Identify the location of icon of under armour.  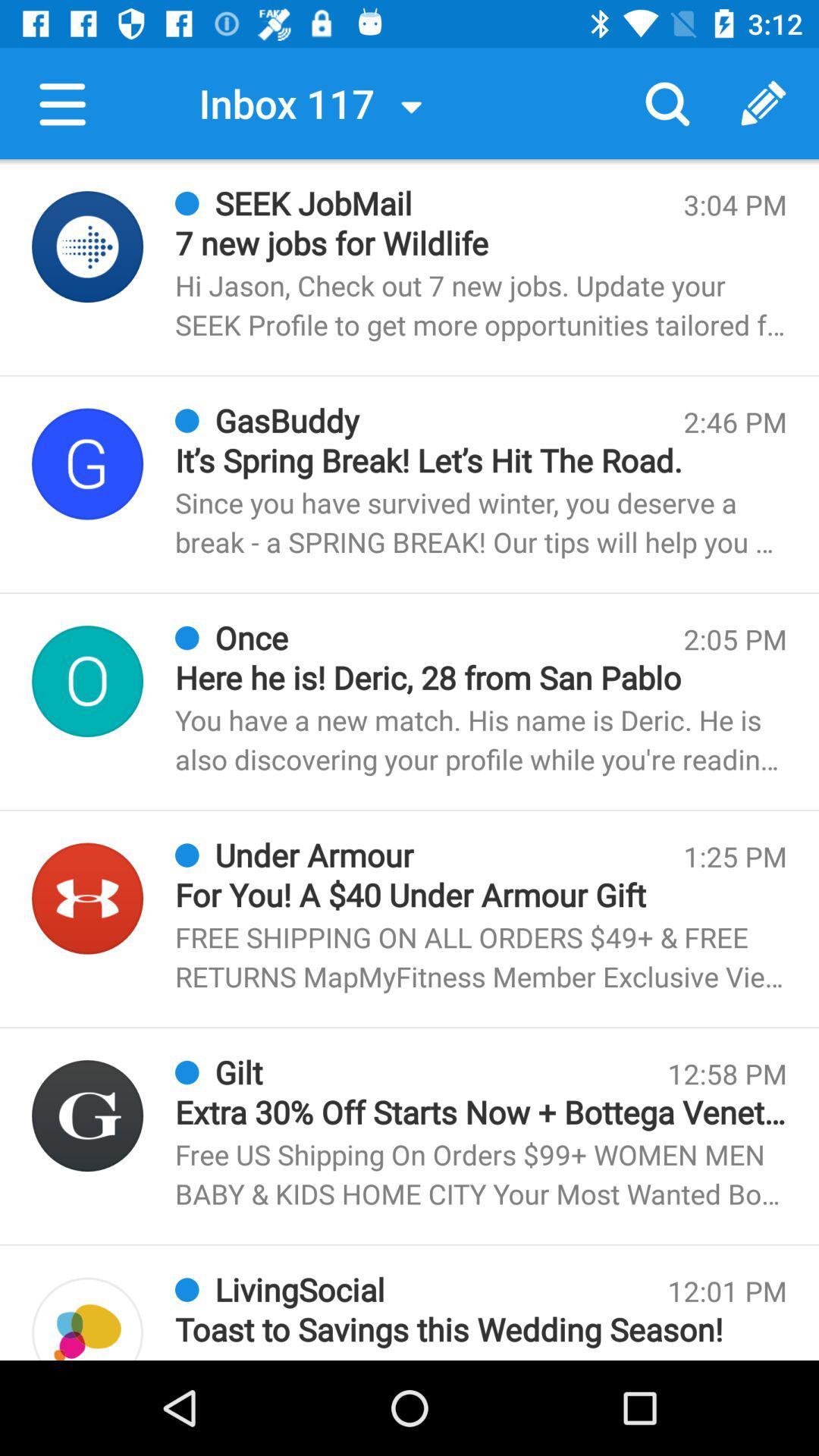
(87, 899).